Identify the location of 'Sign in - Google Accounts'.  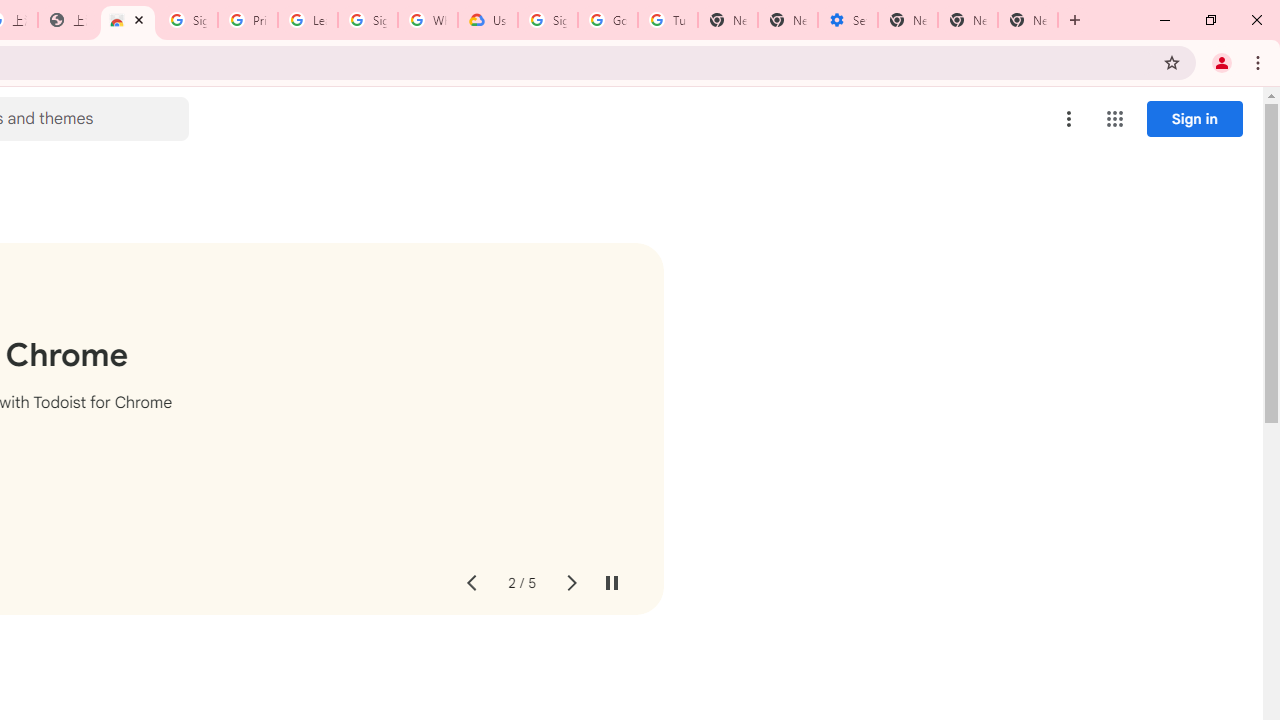
(187, 20).